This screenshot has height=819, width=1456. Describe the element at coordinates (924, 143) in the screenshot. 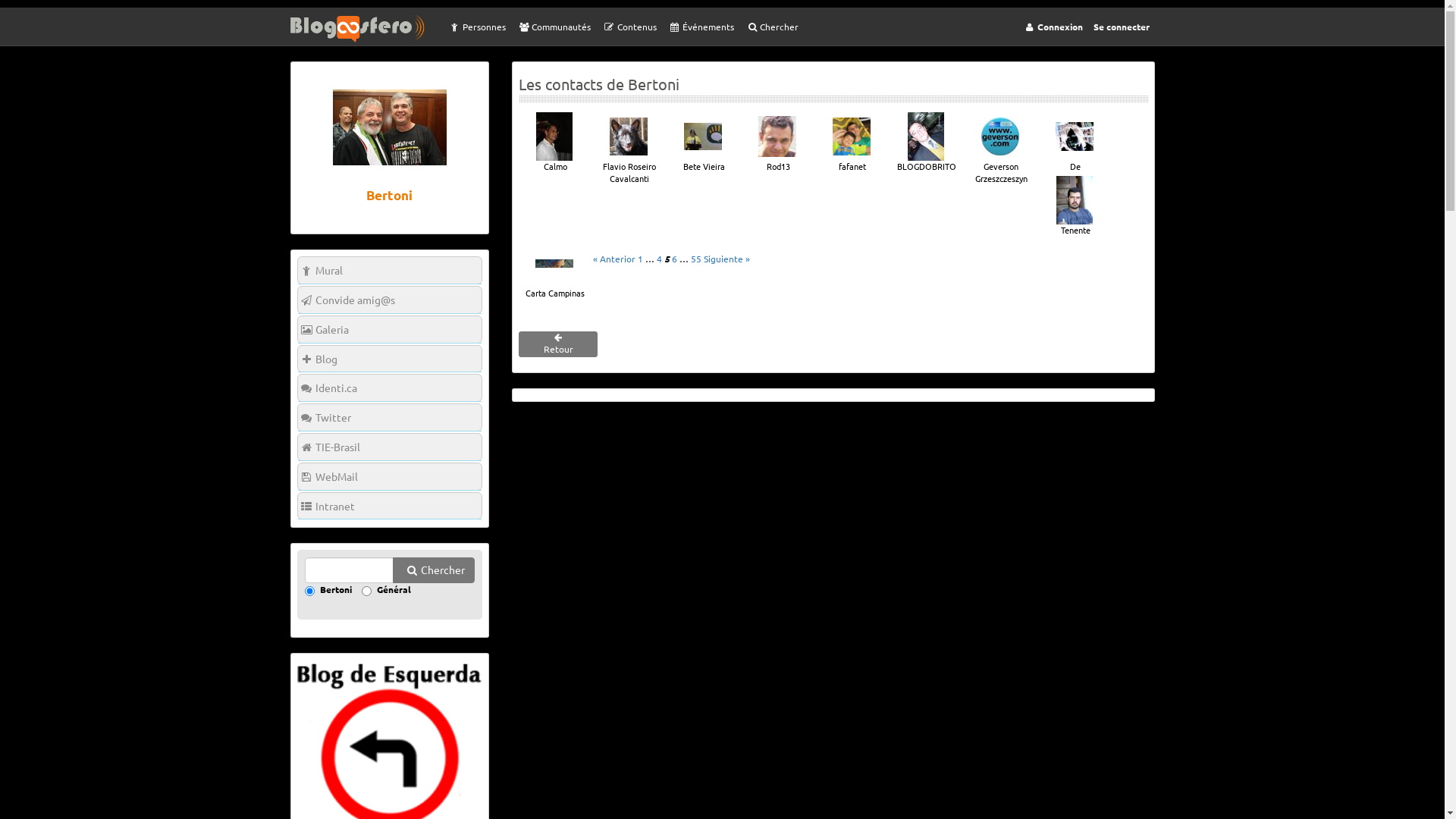

I see `'BLOGDOBRITO'` at that location.